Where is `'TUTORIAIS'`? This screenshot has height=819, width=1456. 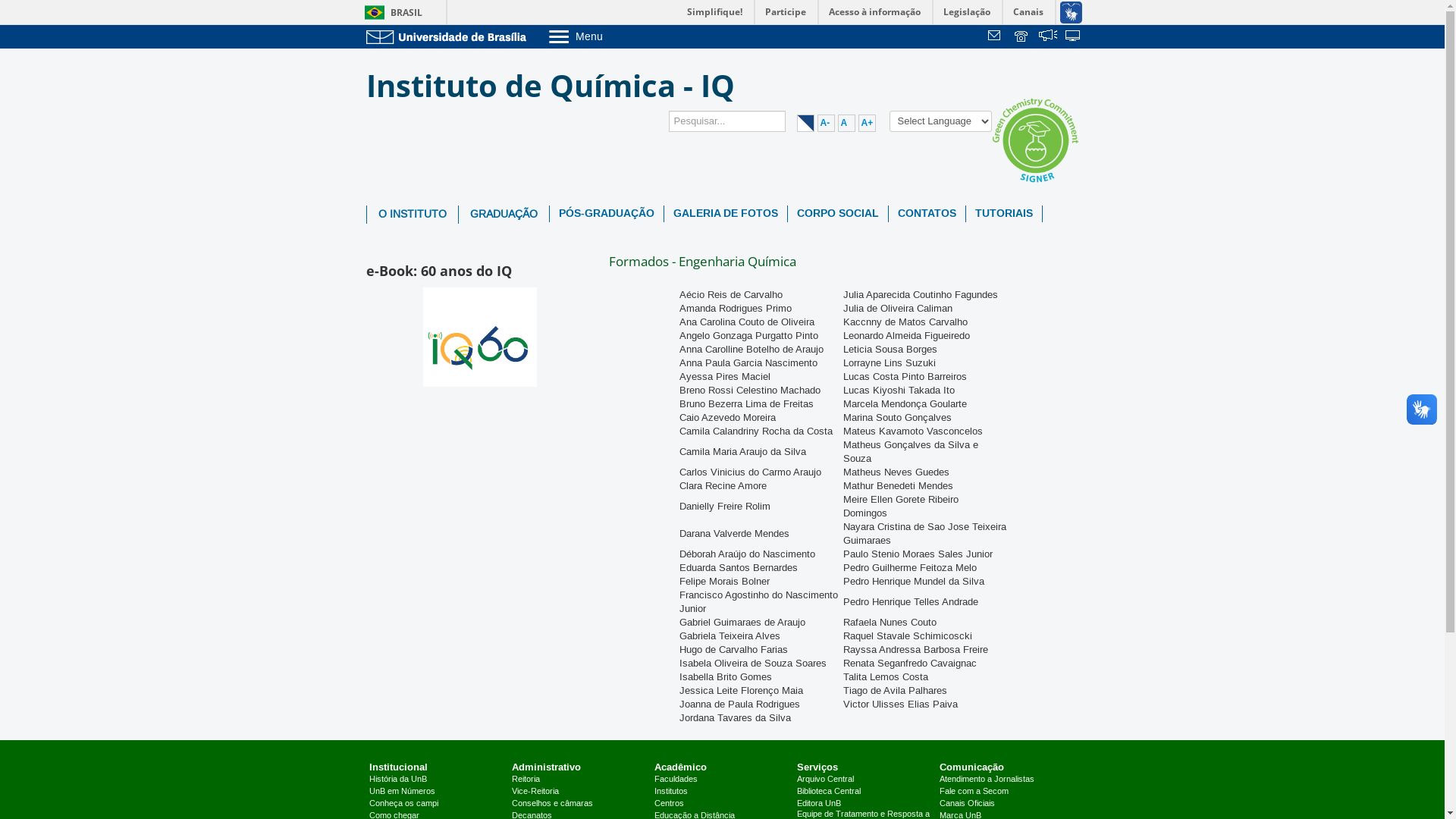 'TUTORIAIS' is located at coordinates (965, 213).